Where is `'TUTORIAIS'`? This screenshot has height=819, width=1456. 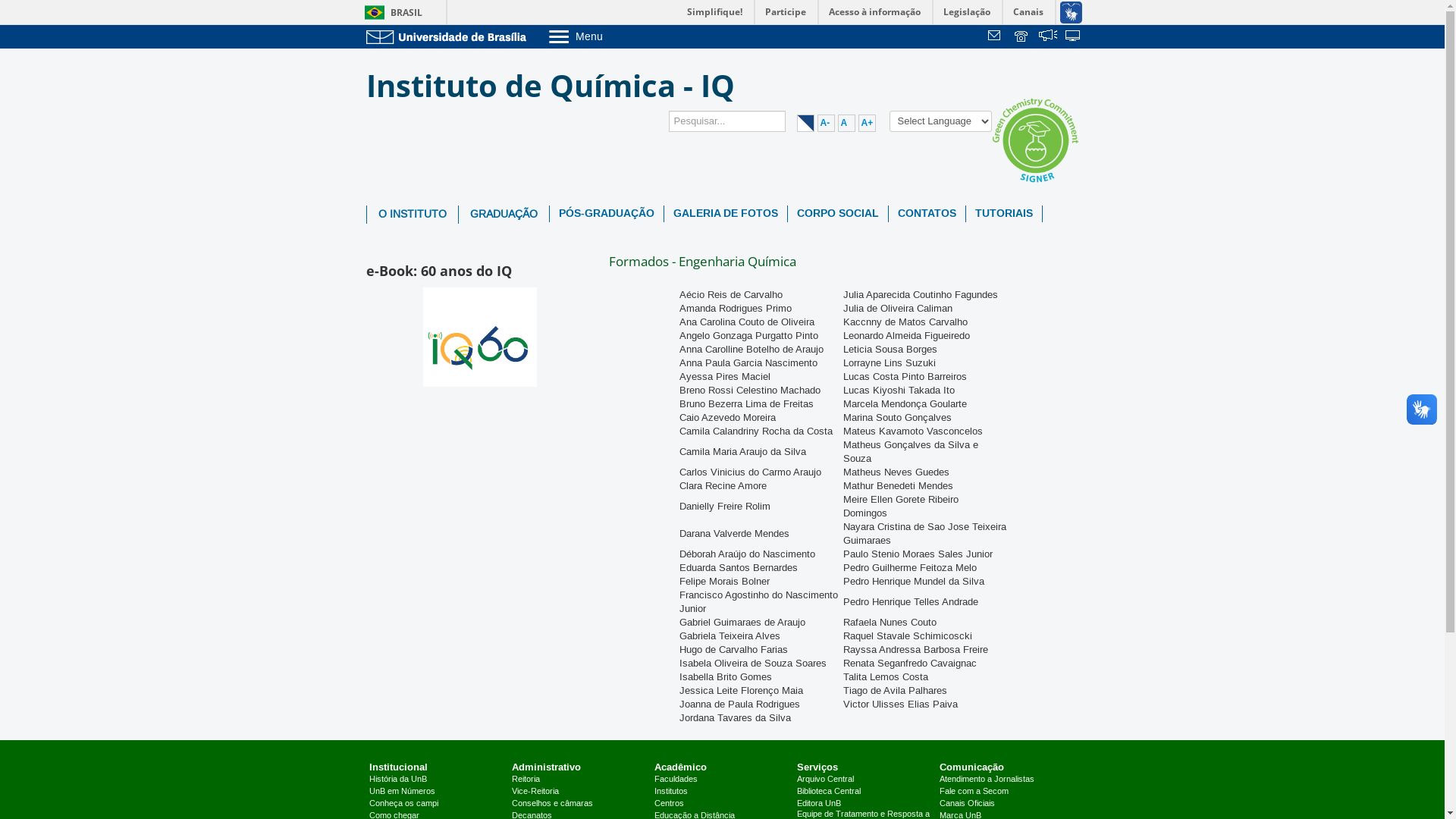 'TUTORIAIS' is located at coordinates (965, 213).